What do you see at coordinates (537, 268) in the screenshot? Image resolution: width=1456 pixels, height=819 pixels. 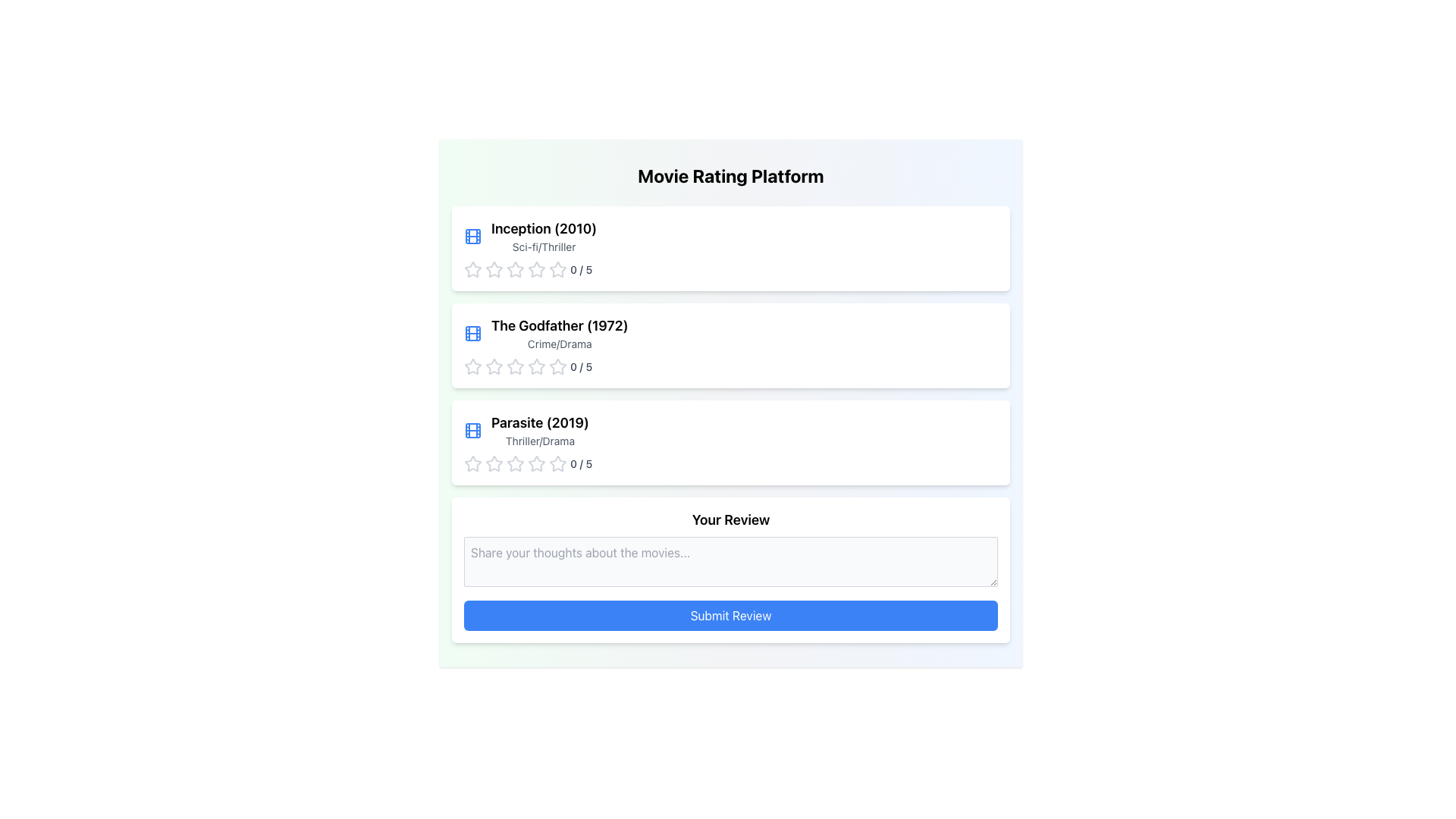 I see `the fourth star icon in the movie rating section for 'Inception (2010)'` at bounding box center [537, 268].